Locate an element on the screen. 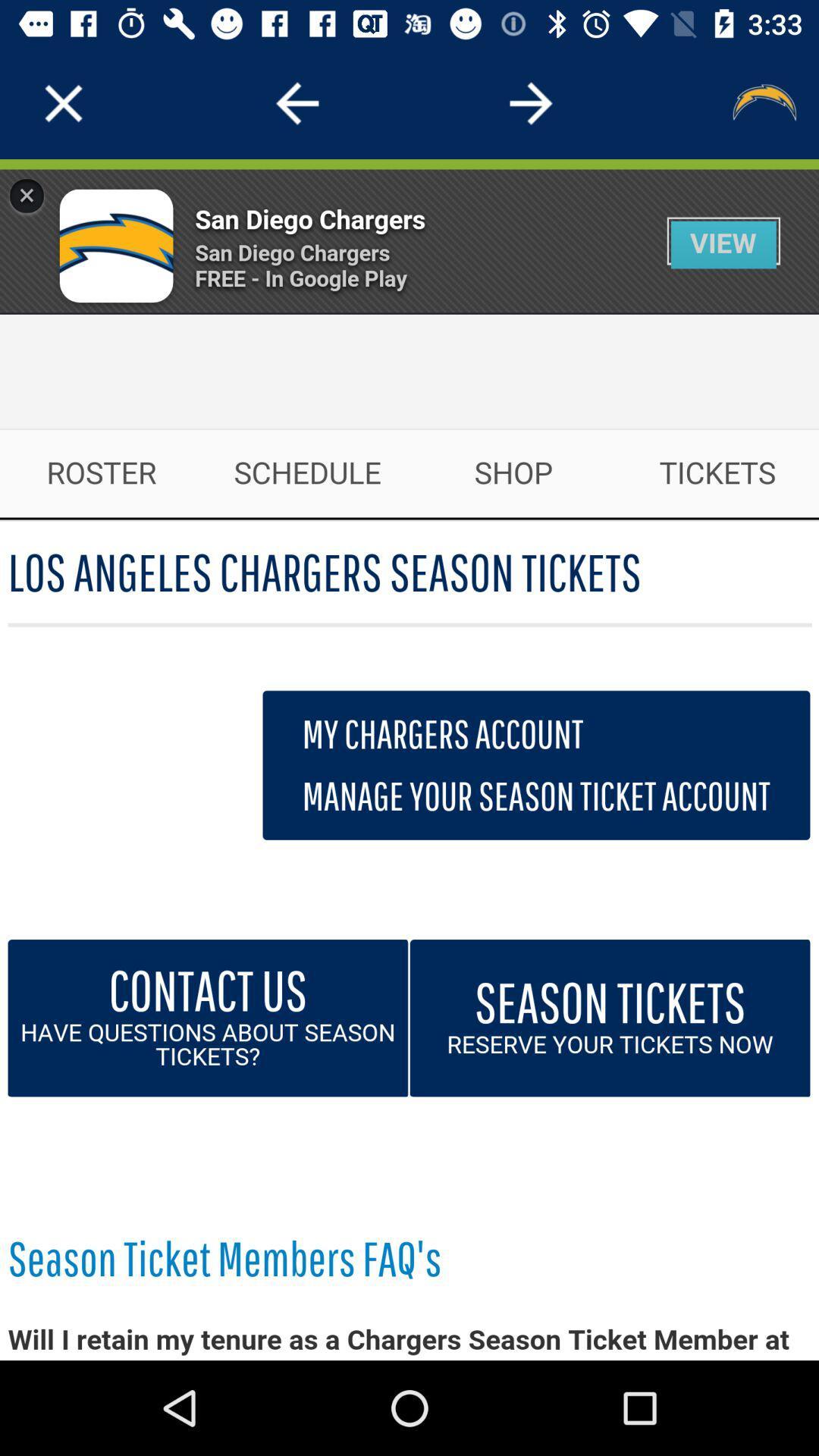 The height and width of the screenshot is (1456, 819). icon at the top right corner is located at coordinates (763, 102).